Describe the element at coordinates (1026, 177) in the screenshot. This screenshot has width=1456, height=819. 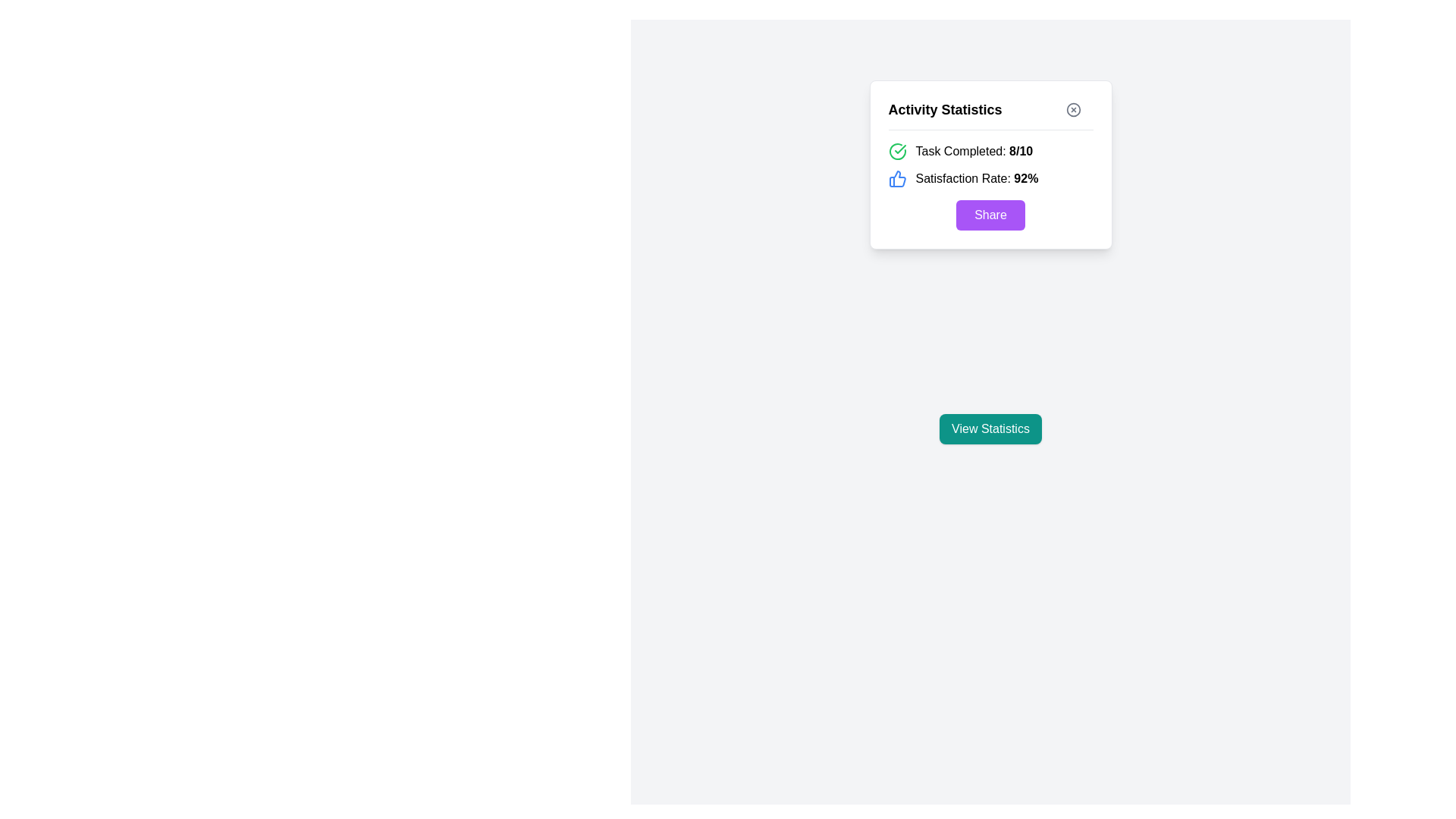
I see `the text label that displays the satisfaction rate percentage, located to the right of 'Satisfaction Rate:' within the 'Activity Statistics' card` at that location.